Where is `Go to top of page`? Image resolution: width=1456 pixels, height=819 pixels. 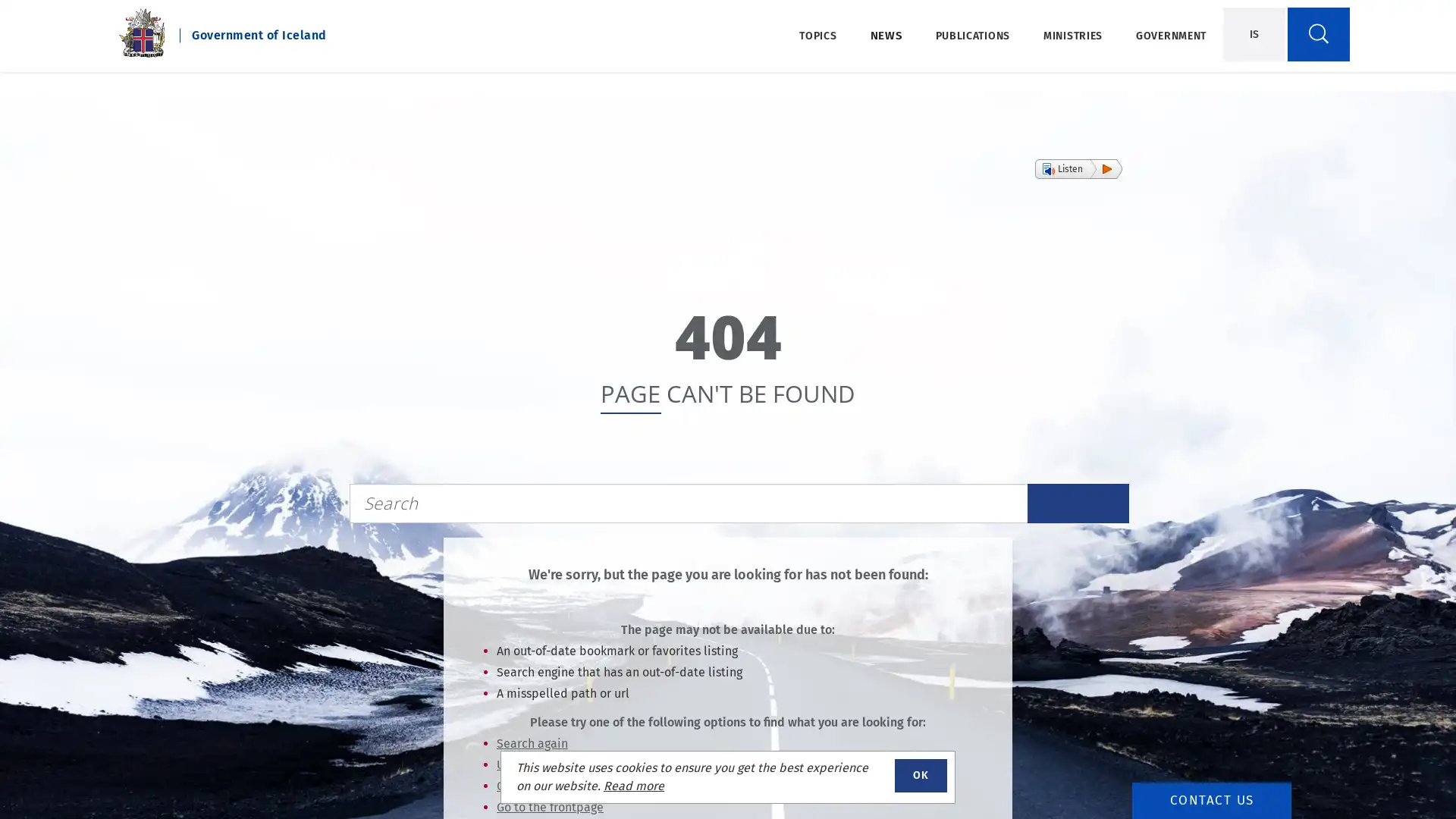 Go to top of page is located at coordinates (1398, 769).